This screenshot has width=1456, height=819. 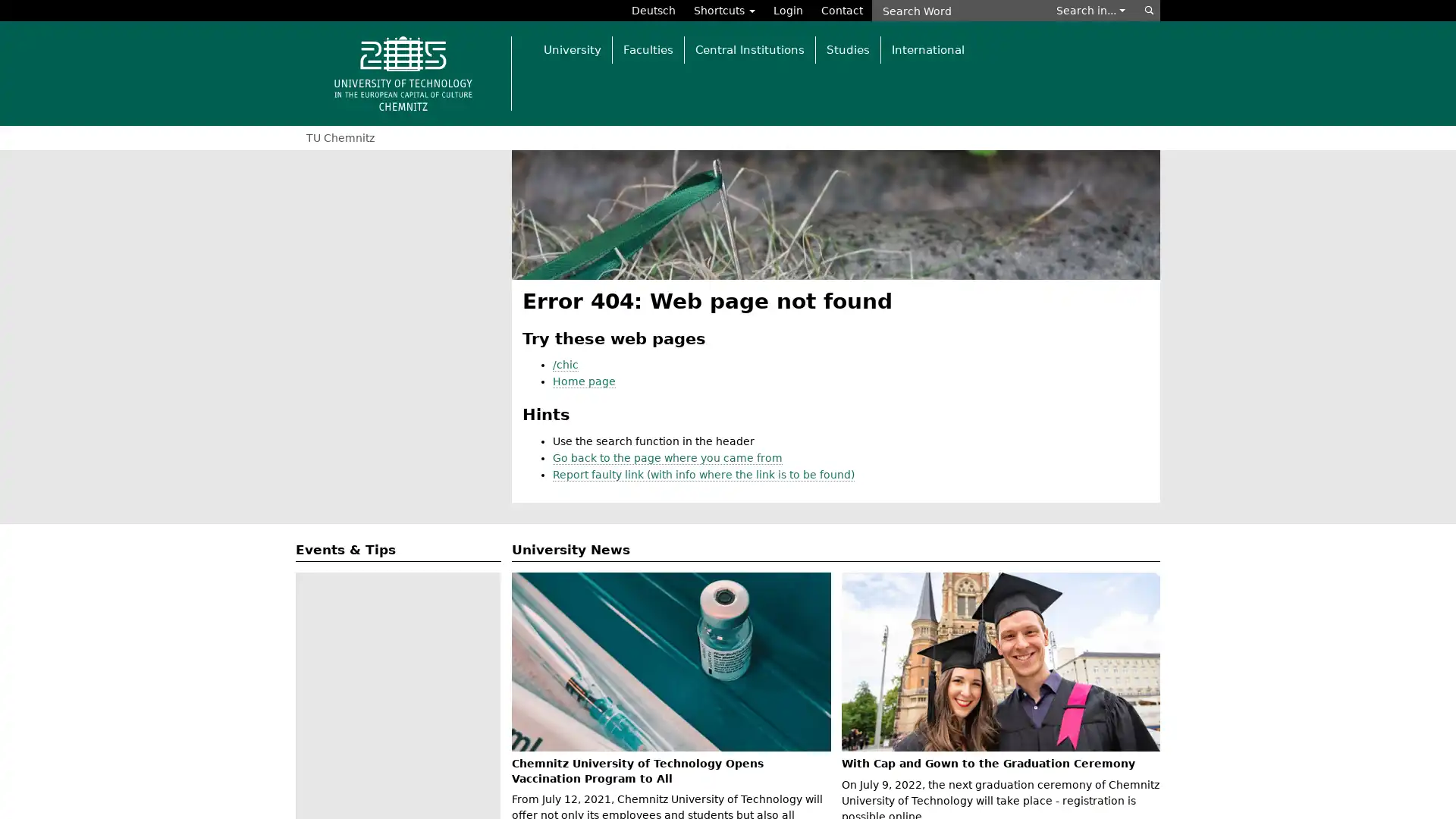 I want to click on Faculties, so click(x=648, y=49).